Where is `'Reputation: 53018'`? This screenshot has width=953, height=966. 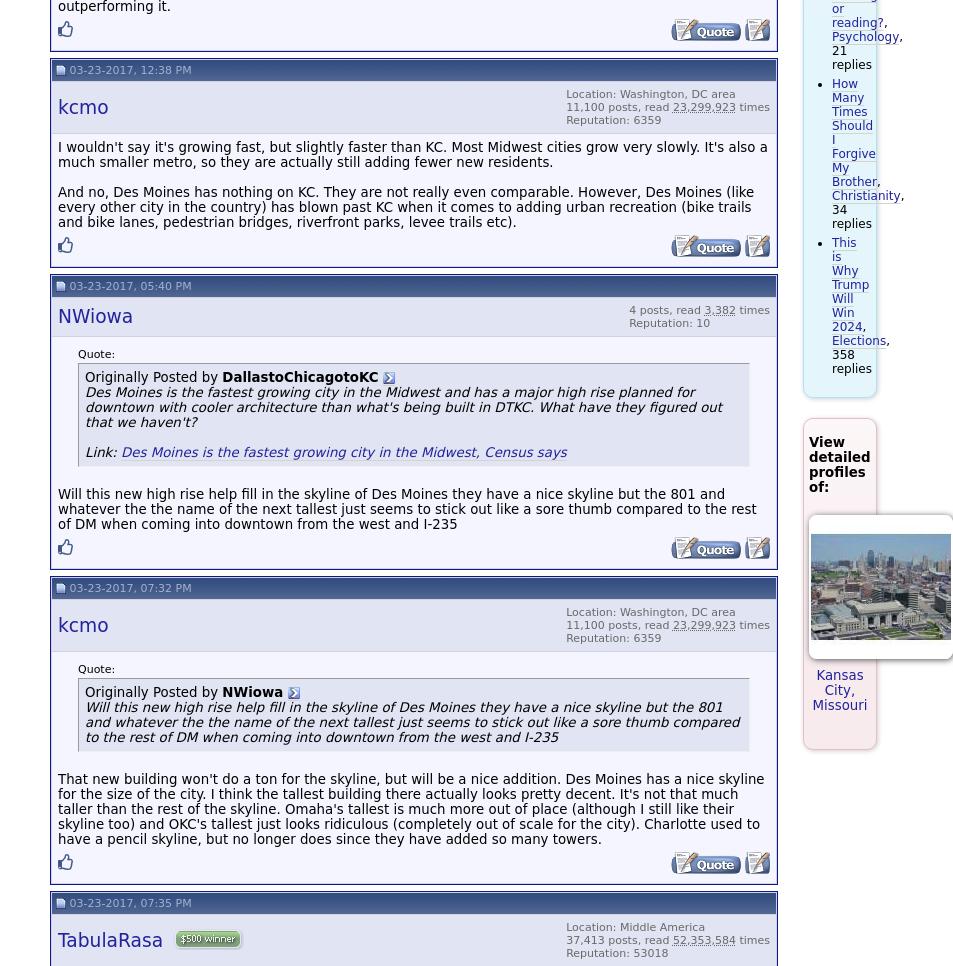
'Reputation: 53018' is located at coordinates (616, 952).